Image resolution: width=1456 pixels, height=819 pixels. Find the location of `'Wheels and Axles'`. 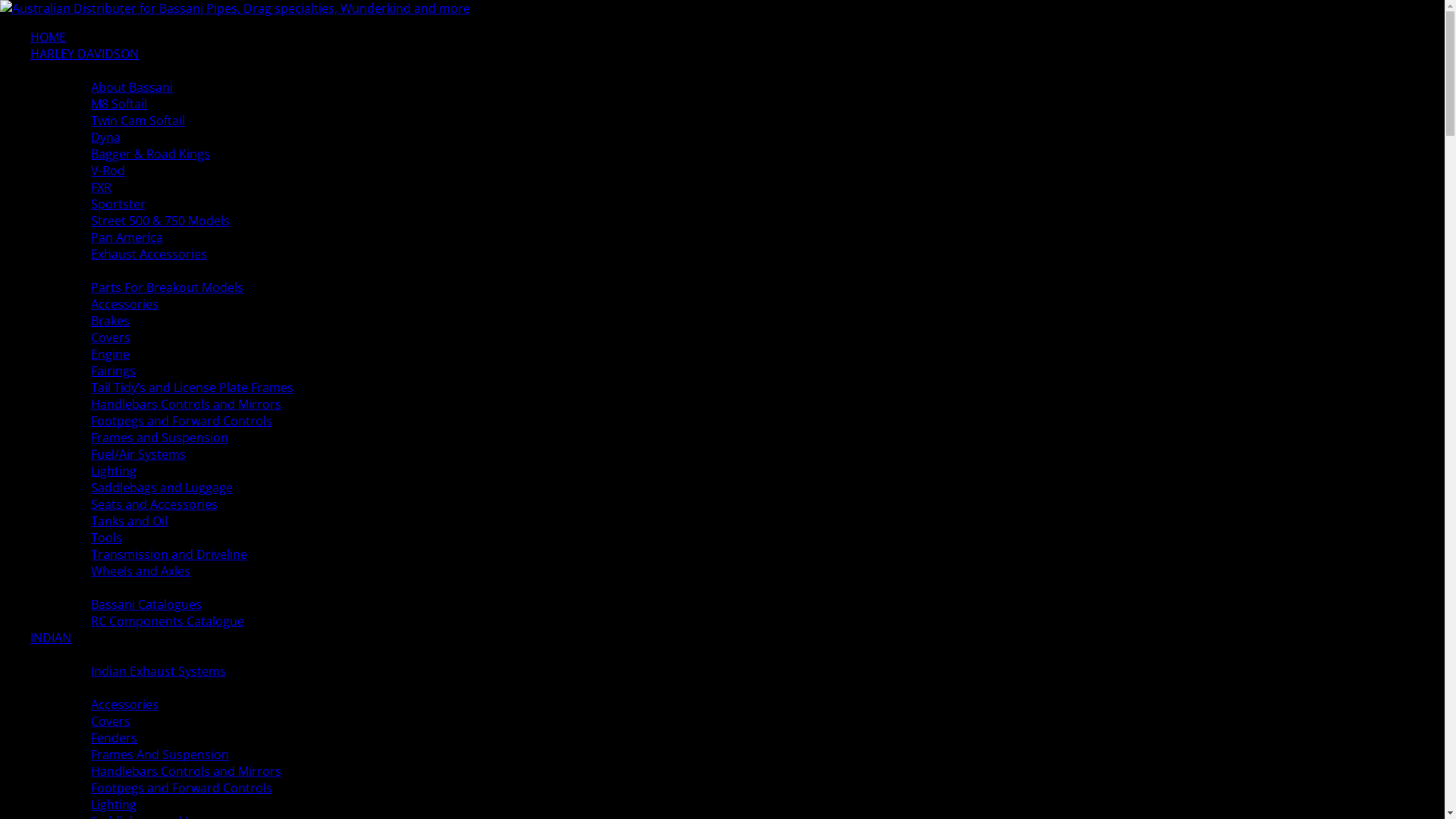

'Wheels and Axles' is located at coordinates (140, 570).